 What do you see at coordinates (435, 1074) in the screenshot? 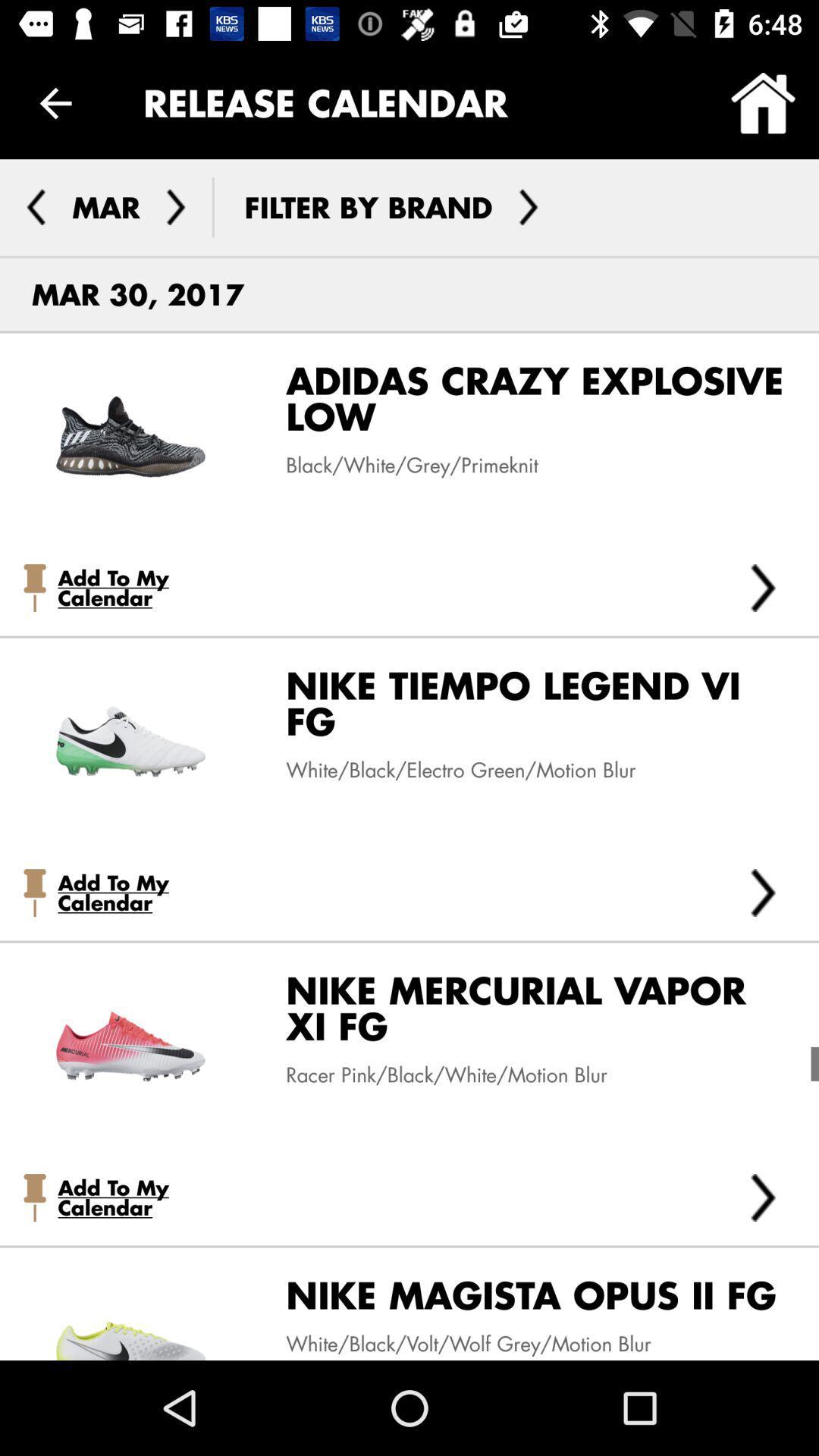
I see `icon below the nike mercurial vapor` at bounding box center [435, 1074].